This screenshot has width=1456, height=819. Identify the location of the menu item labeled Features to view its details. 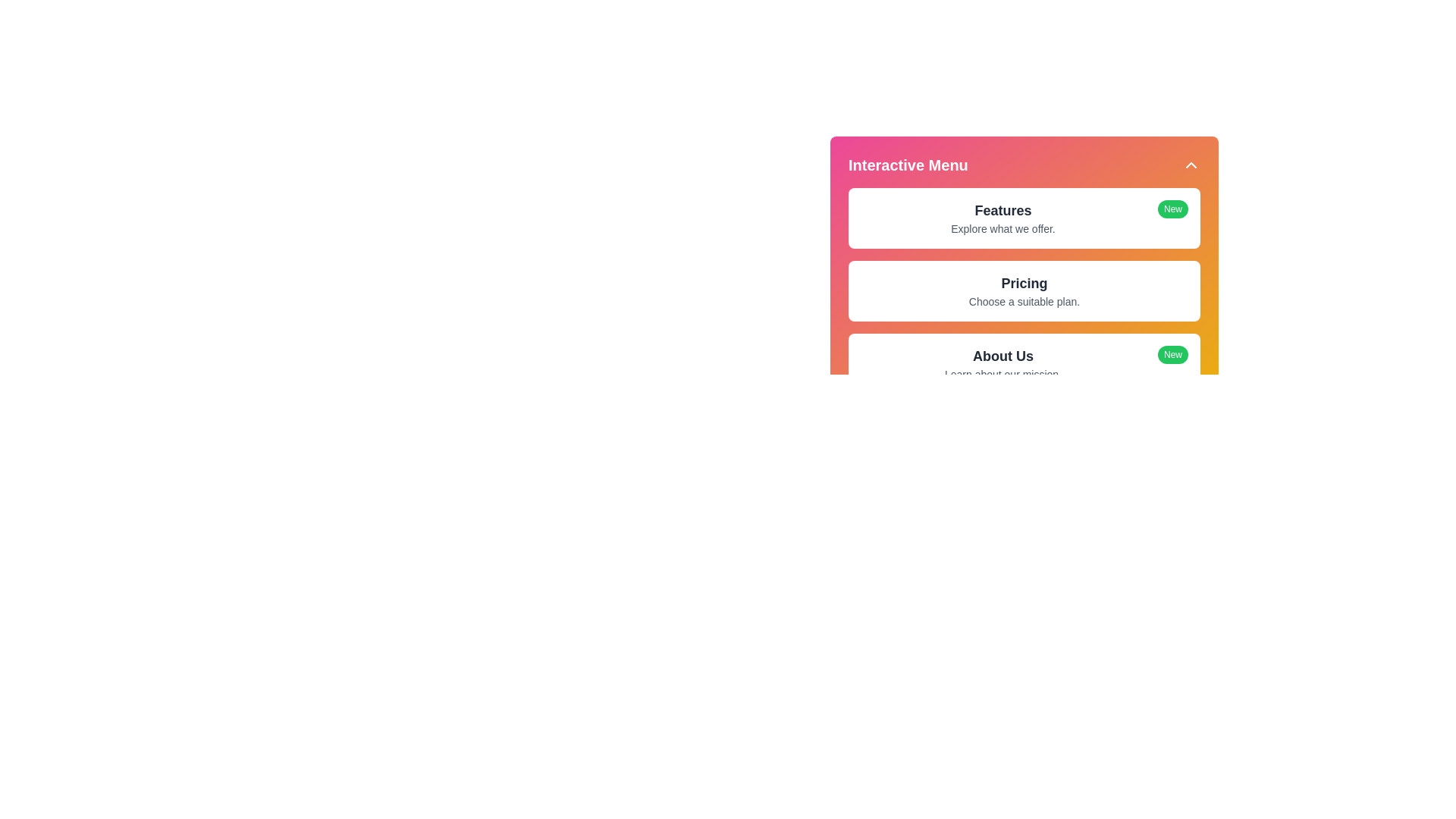
(1003, 210).